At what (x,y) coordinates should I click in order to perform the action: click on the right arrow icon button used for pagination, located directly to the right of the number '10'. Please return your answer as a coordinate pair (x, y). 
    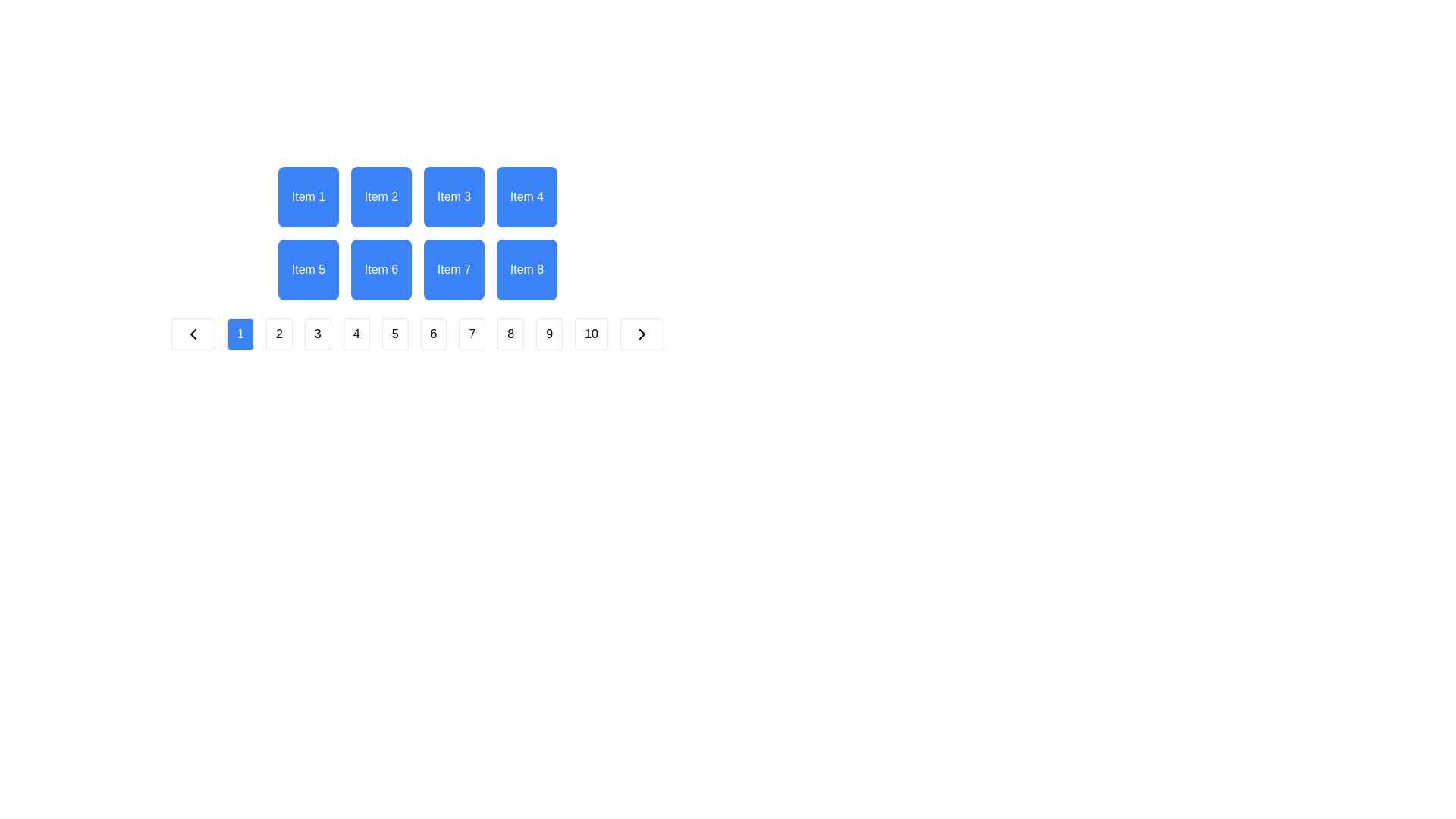
    Looking at the image, I should click on (642, 333).